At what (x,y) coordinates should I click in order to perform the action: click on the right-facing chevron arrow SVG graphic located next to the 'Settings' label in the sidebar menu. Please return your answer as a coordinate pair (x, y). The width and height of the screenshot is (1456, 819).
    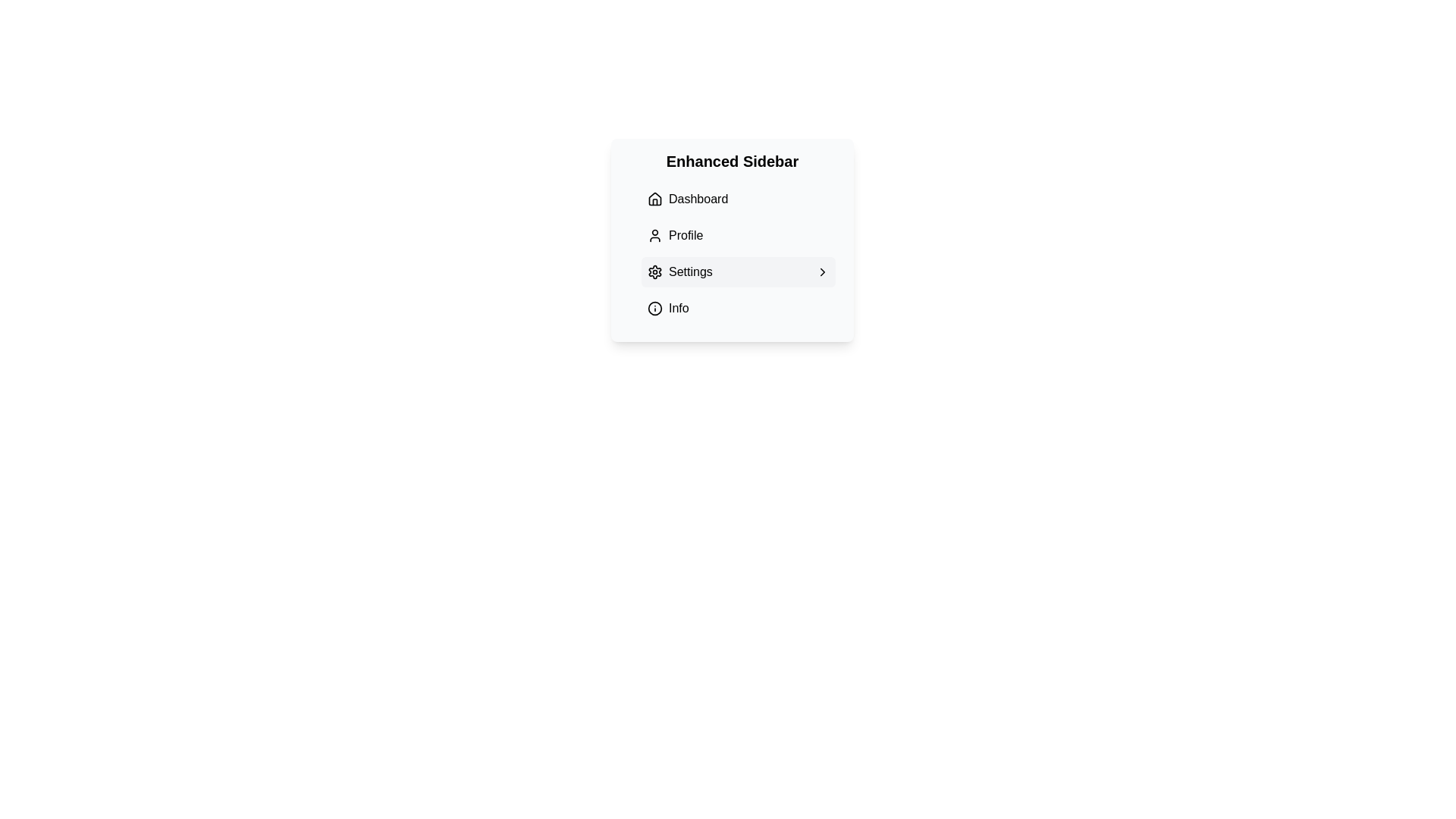
    Looking at the image, I should click on (821, 271).